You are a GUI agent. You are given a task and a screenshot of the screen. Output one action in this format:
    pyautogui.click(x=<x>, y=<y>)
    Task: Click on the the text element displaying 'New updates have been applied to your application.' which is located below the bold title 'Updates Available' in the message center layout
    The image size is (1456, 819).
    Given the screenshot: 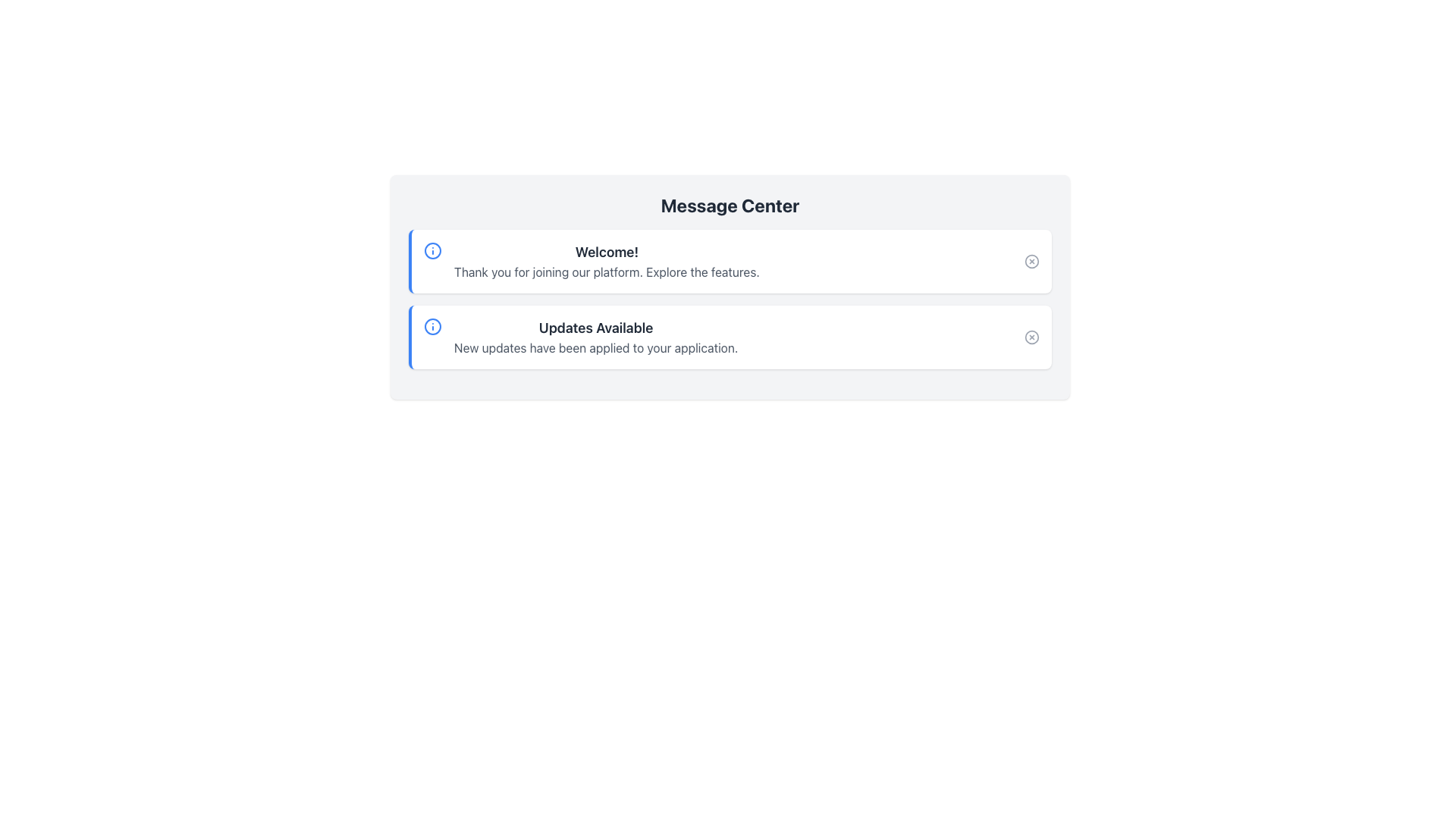 What is the action you would take?
    pyautogui.click(x=595, y=348)
    